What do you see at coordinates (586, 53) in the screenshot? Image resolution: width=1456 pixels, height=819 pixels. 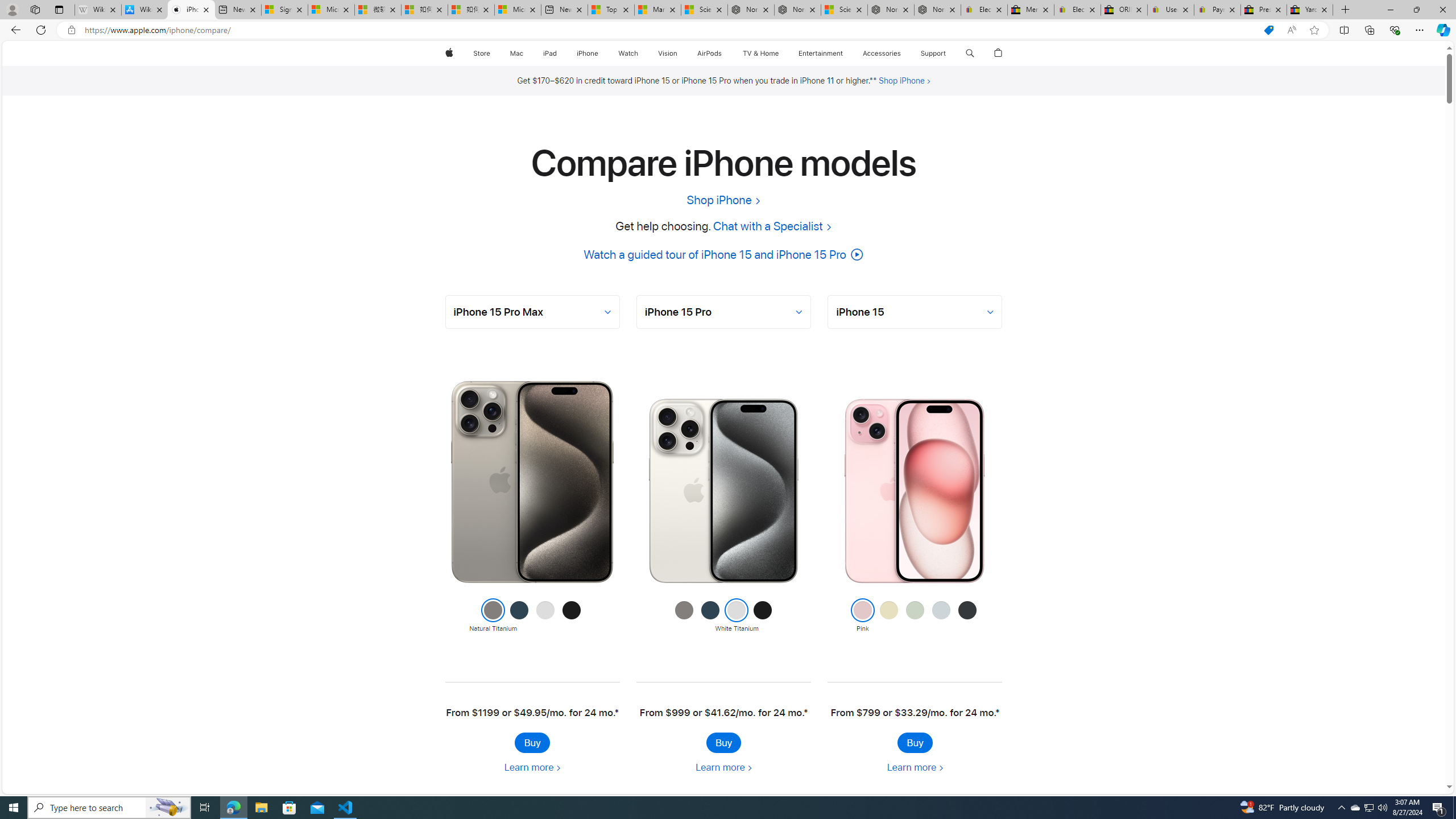 I see `'iPhone'` at bounding box center [586, 53].